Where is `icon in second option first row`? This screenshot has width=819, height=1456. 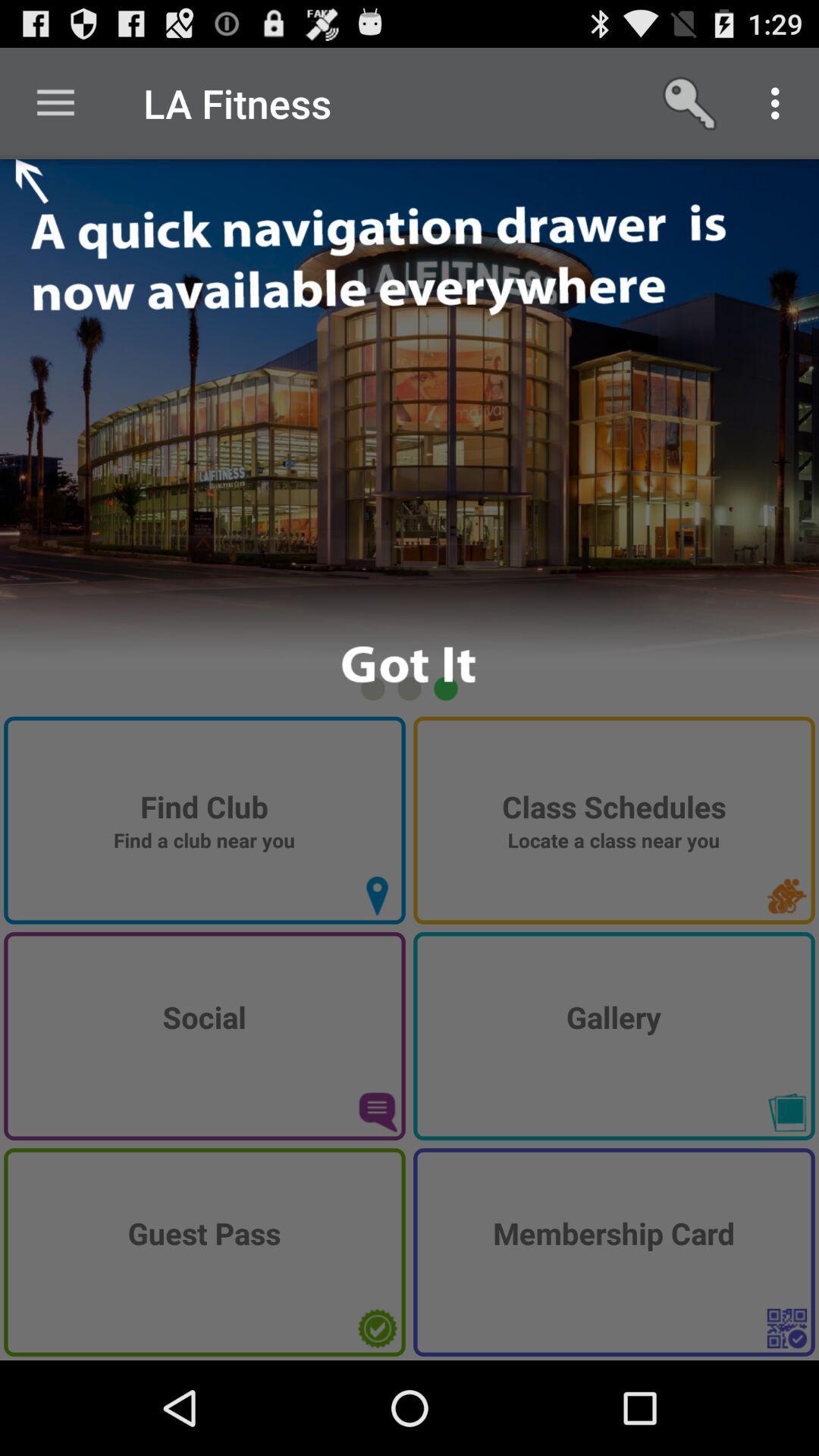 icon in second option first row is located at coordinates (786, 896).